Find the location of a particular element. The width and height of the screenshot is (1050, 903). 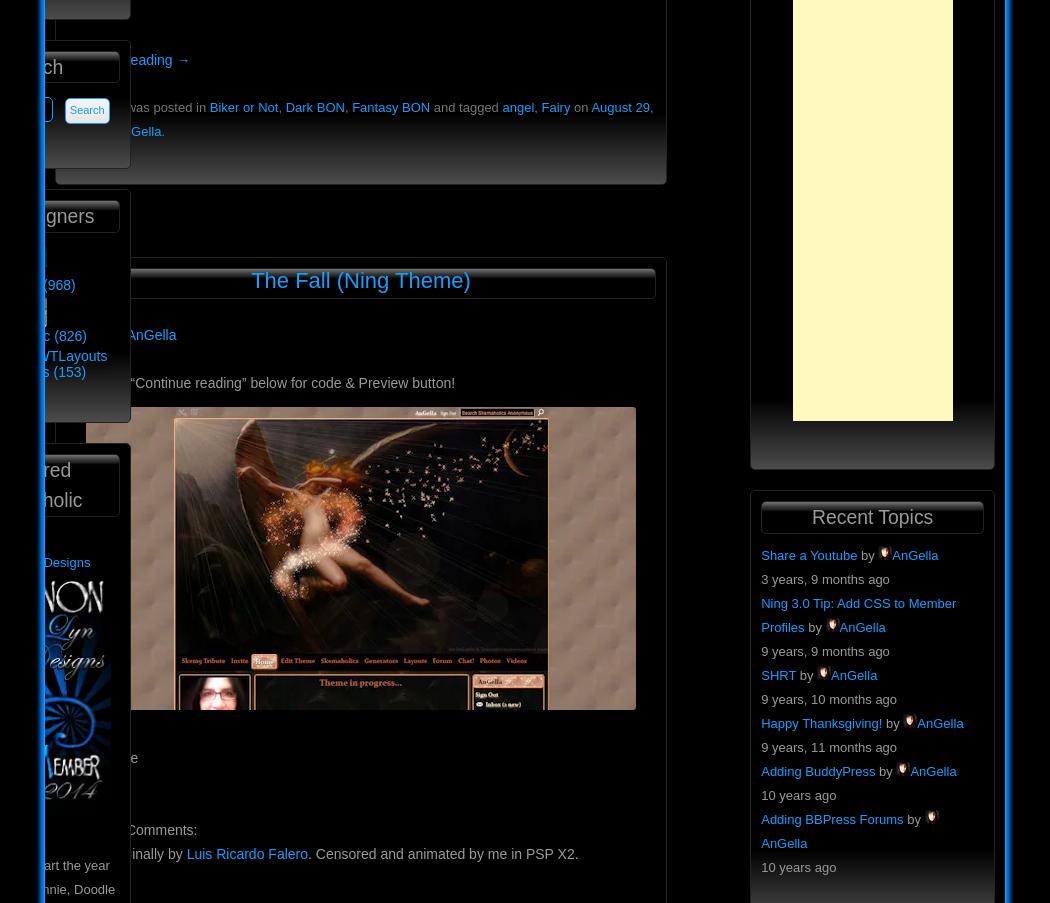

'Search' is located at coordinates (32, 66).